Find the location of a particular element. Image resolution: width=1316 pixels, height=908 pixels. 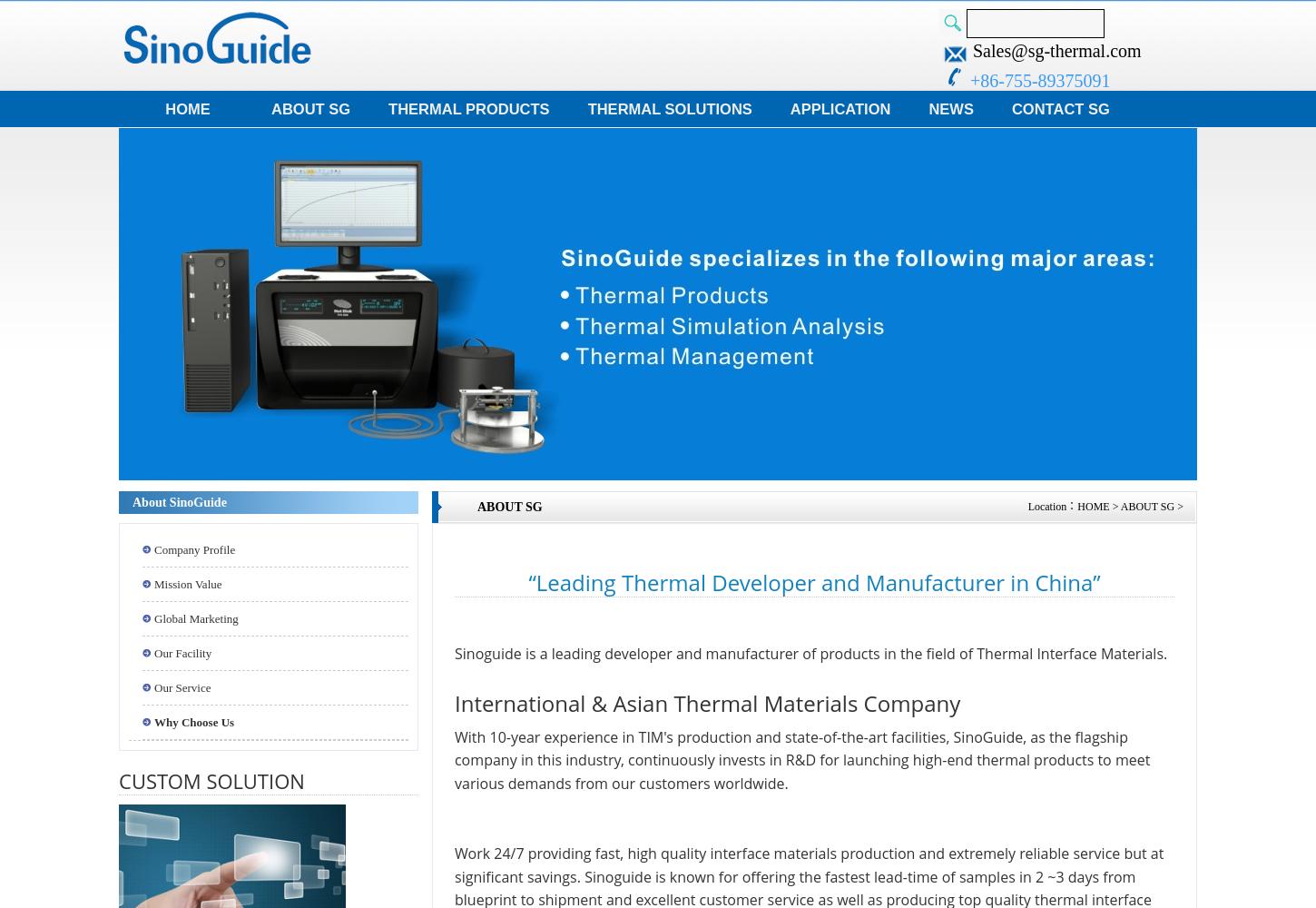

'Location：' is located at coordinates (1051, 507).